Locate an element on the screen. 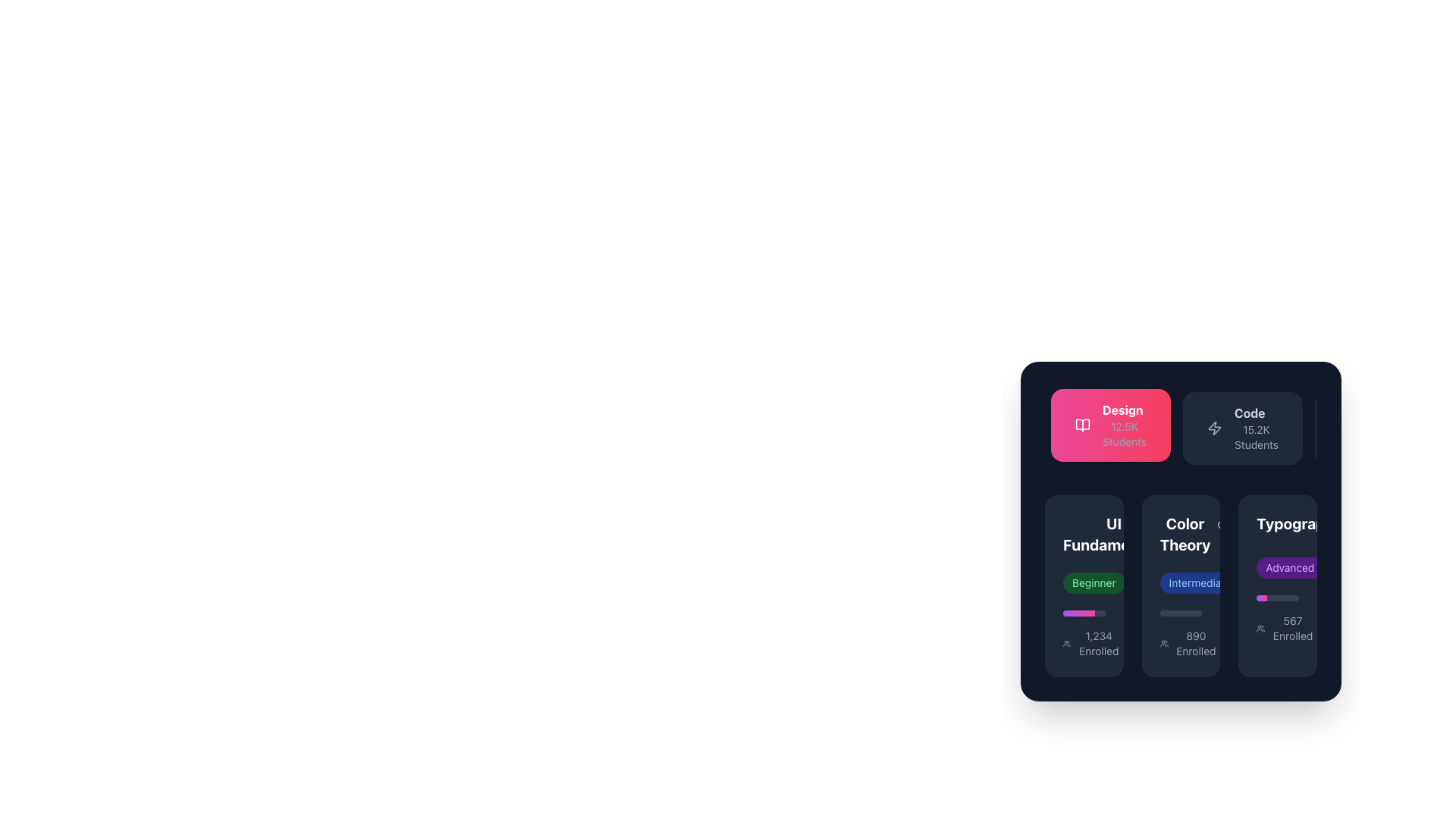 The height and width of the screenshot is (819, 1456). the text label displaying '1,234 Enrolled' with a person group icon located at the bottom-left section of the 'UI Fundamentals' module is located at coordinates (1083, 643).